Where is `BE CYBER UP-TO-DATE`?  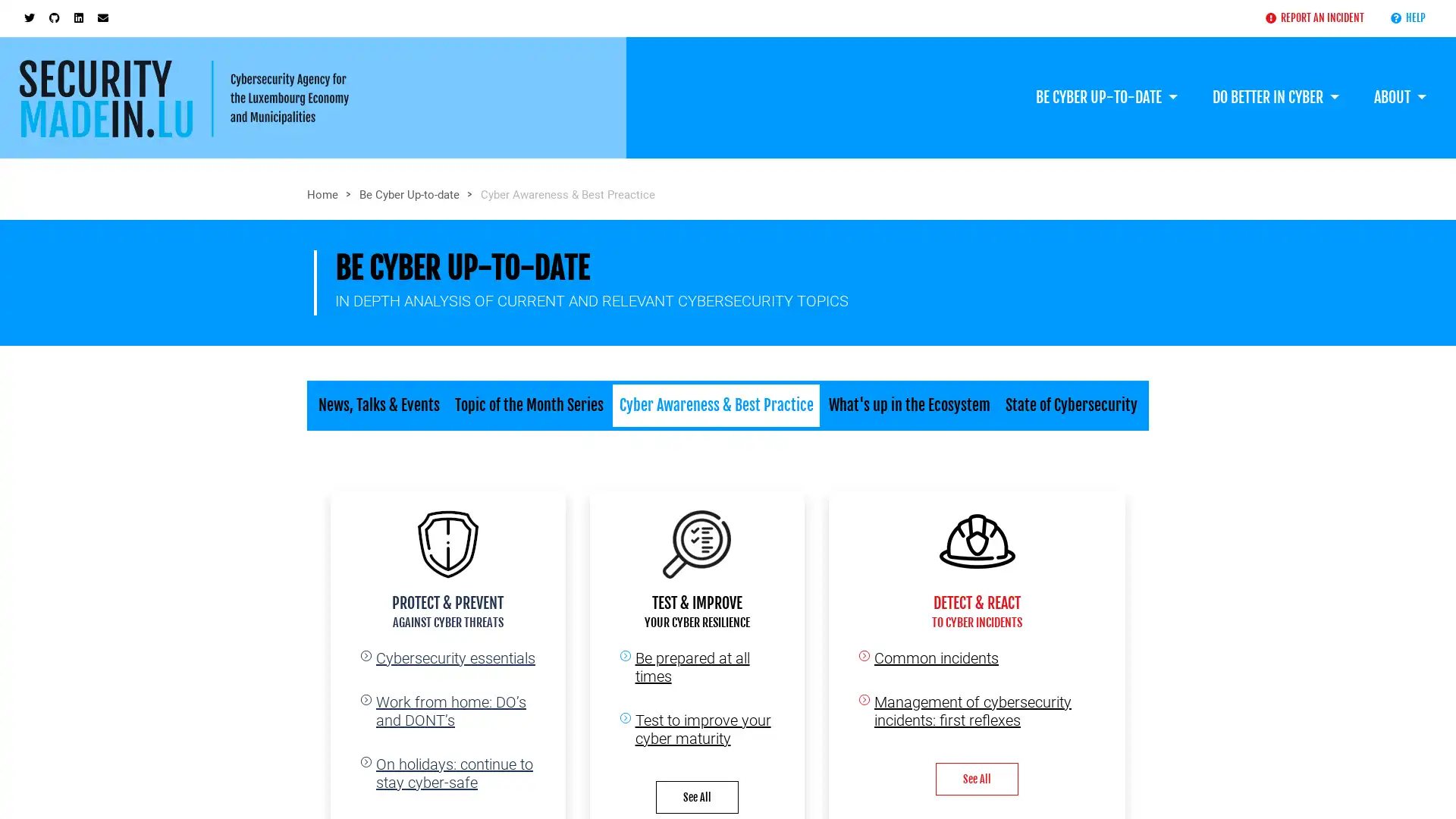
BE CYBER UP-TO-DATE is located at coordinates (1106, 82).